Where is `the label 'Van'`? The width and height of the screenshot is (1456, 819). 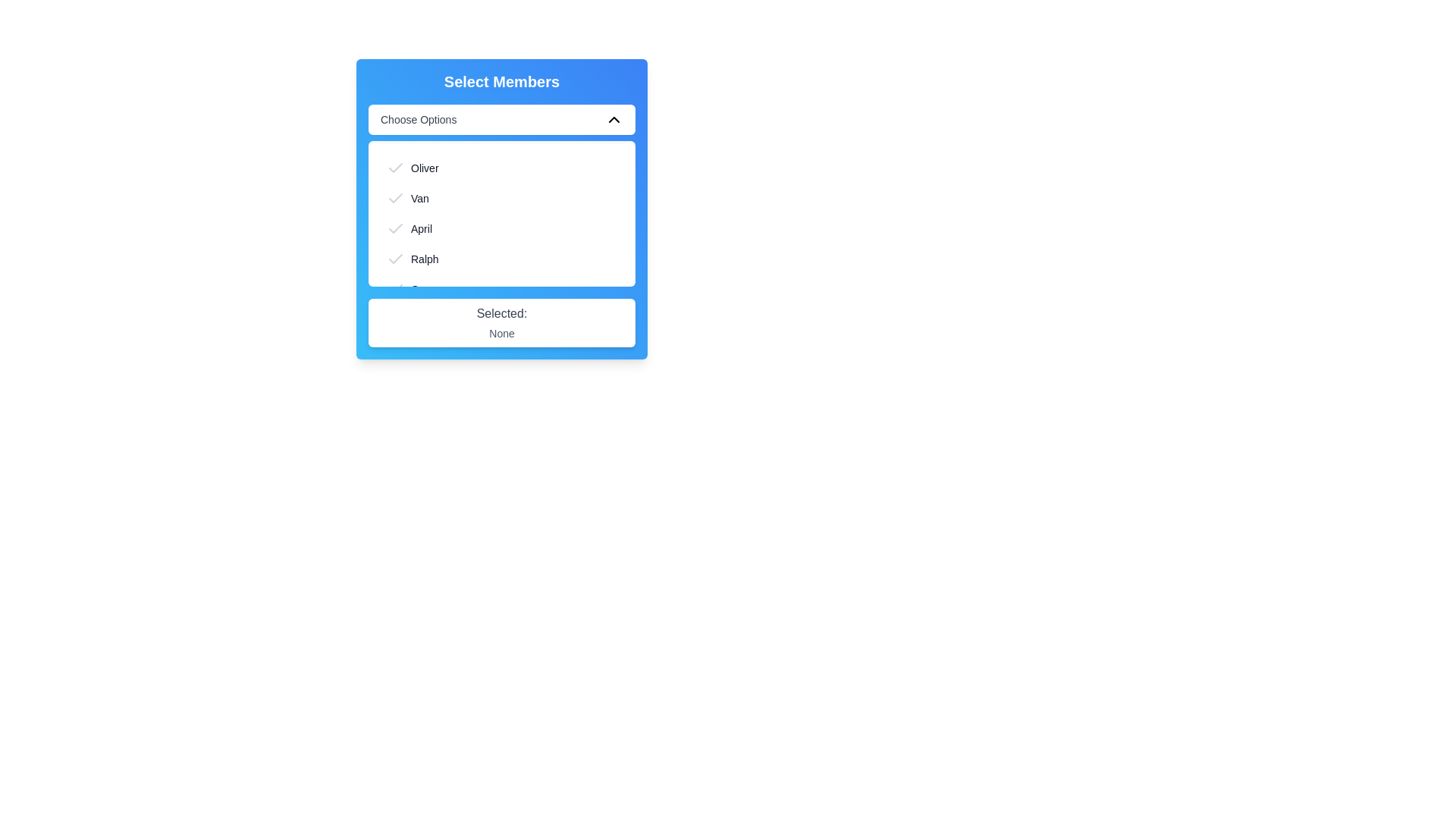 the label 'Van' is located at coordinates (419, 198).